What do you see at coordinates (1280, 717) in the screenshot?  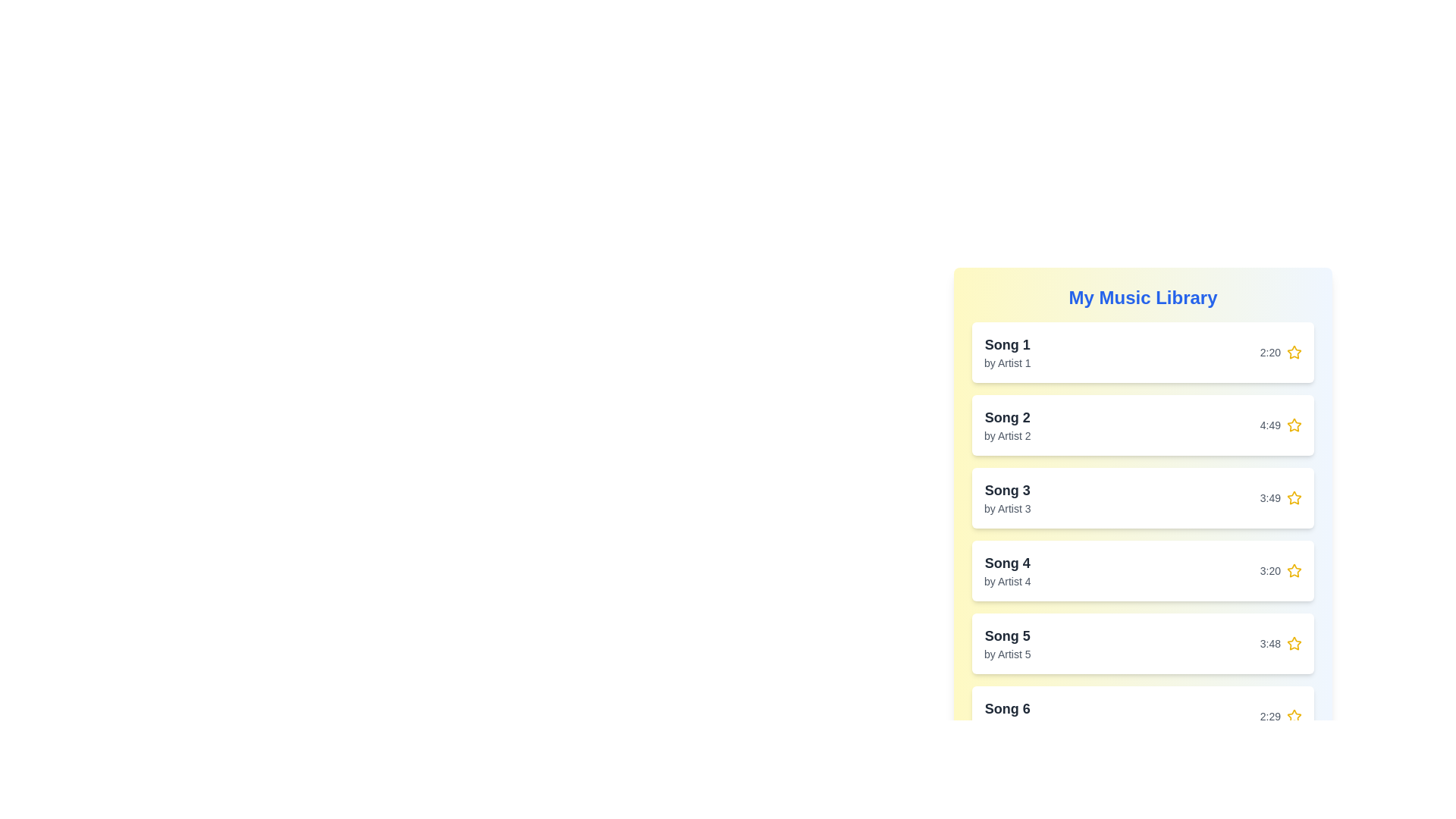 I see `the yellow star icon next to the time indicator '2:29' at the bottom-right corner of the 'Song 6' listing card in the music library interface` at bounding box center [1280, 717].